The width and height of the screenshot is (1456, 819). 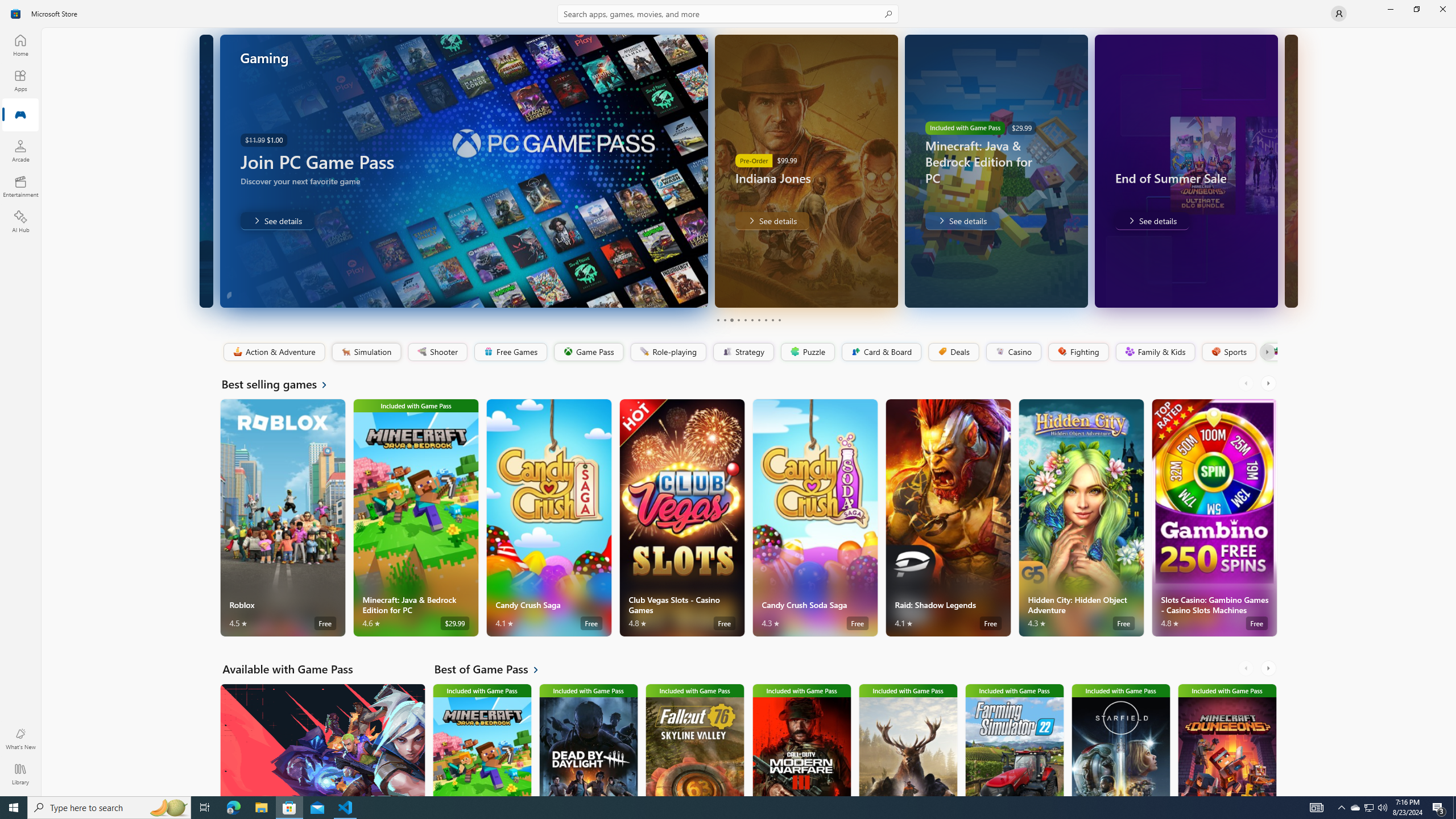 I want to click on 'Card & Board', so click(x=880, y=351).